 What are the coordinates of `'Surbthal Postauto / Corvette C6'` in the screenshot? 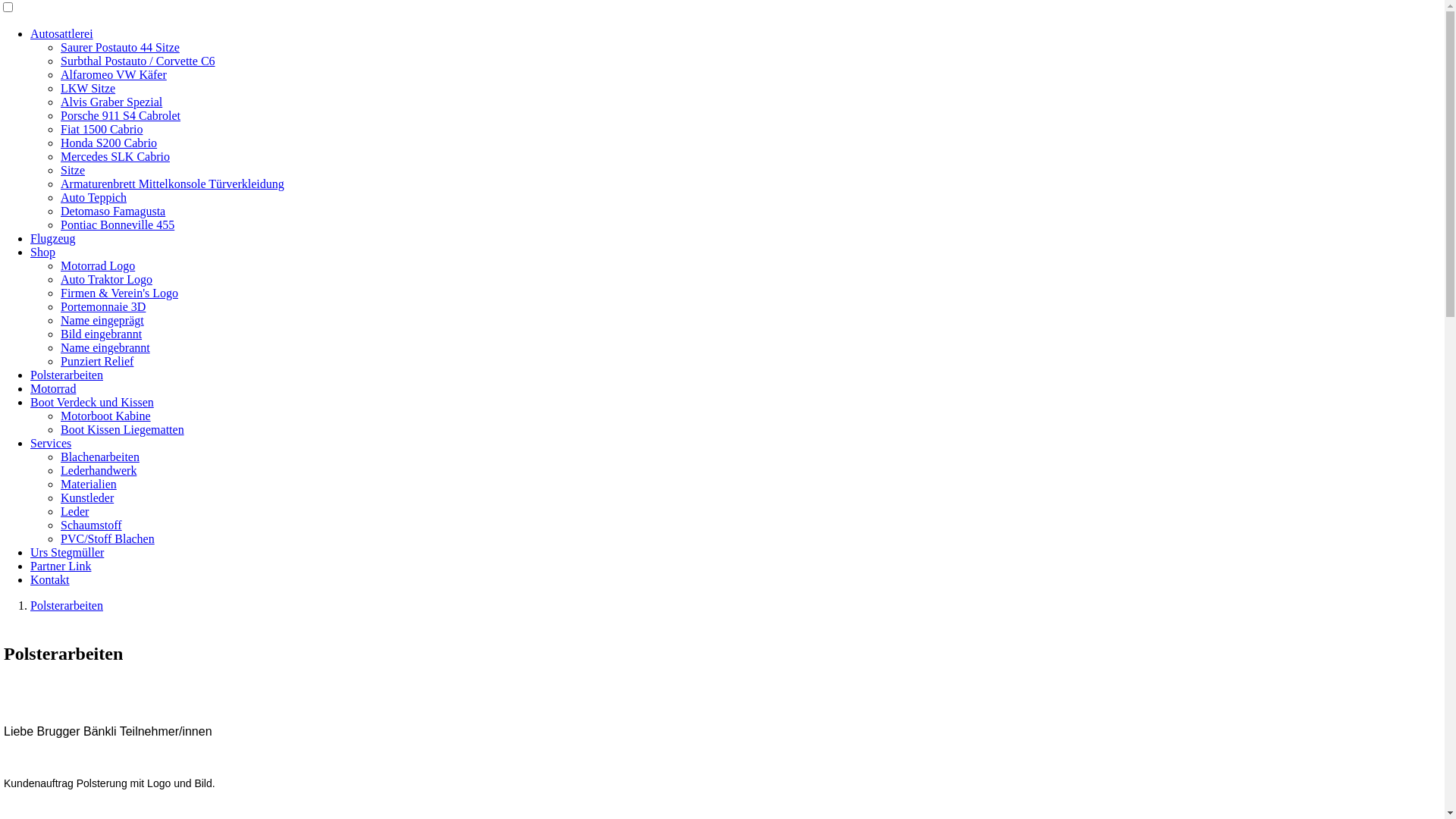 It's located at (61, 60).